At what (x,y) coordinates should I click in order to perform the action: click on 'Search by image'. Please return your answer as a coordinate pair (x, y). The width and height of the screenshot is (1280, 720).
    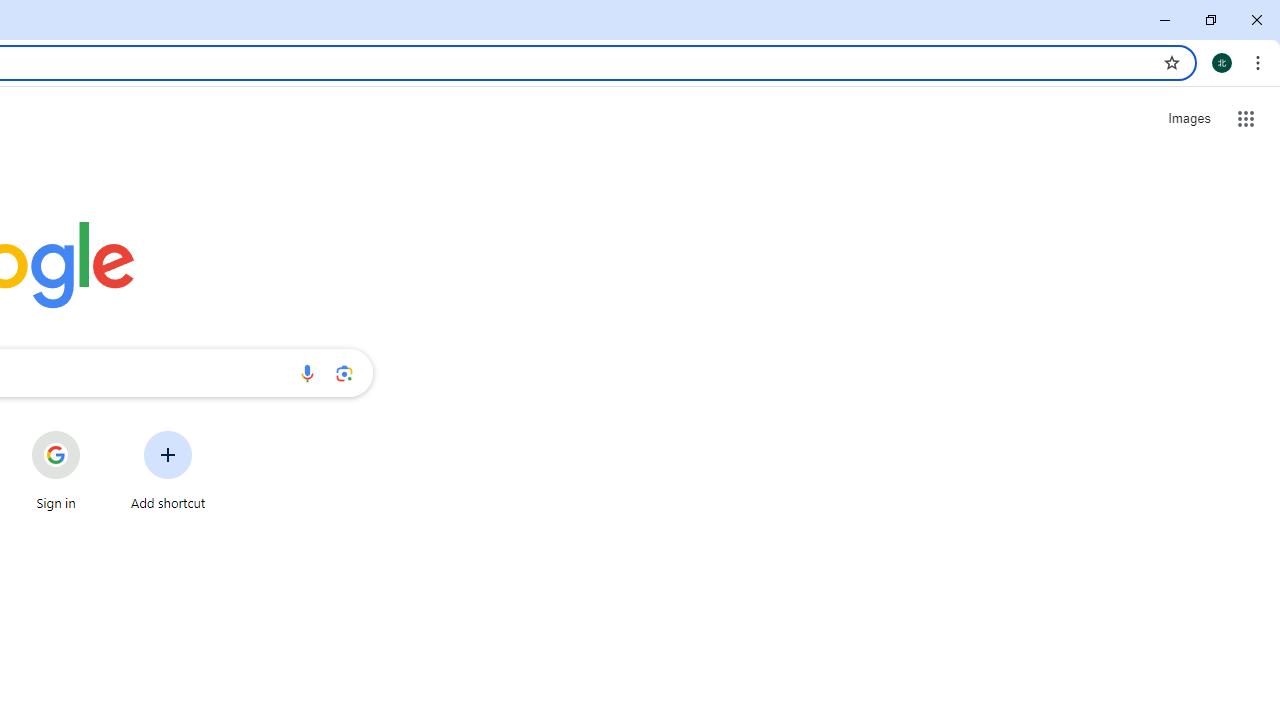
    Looking at the image, I should click on (344, 372).